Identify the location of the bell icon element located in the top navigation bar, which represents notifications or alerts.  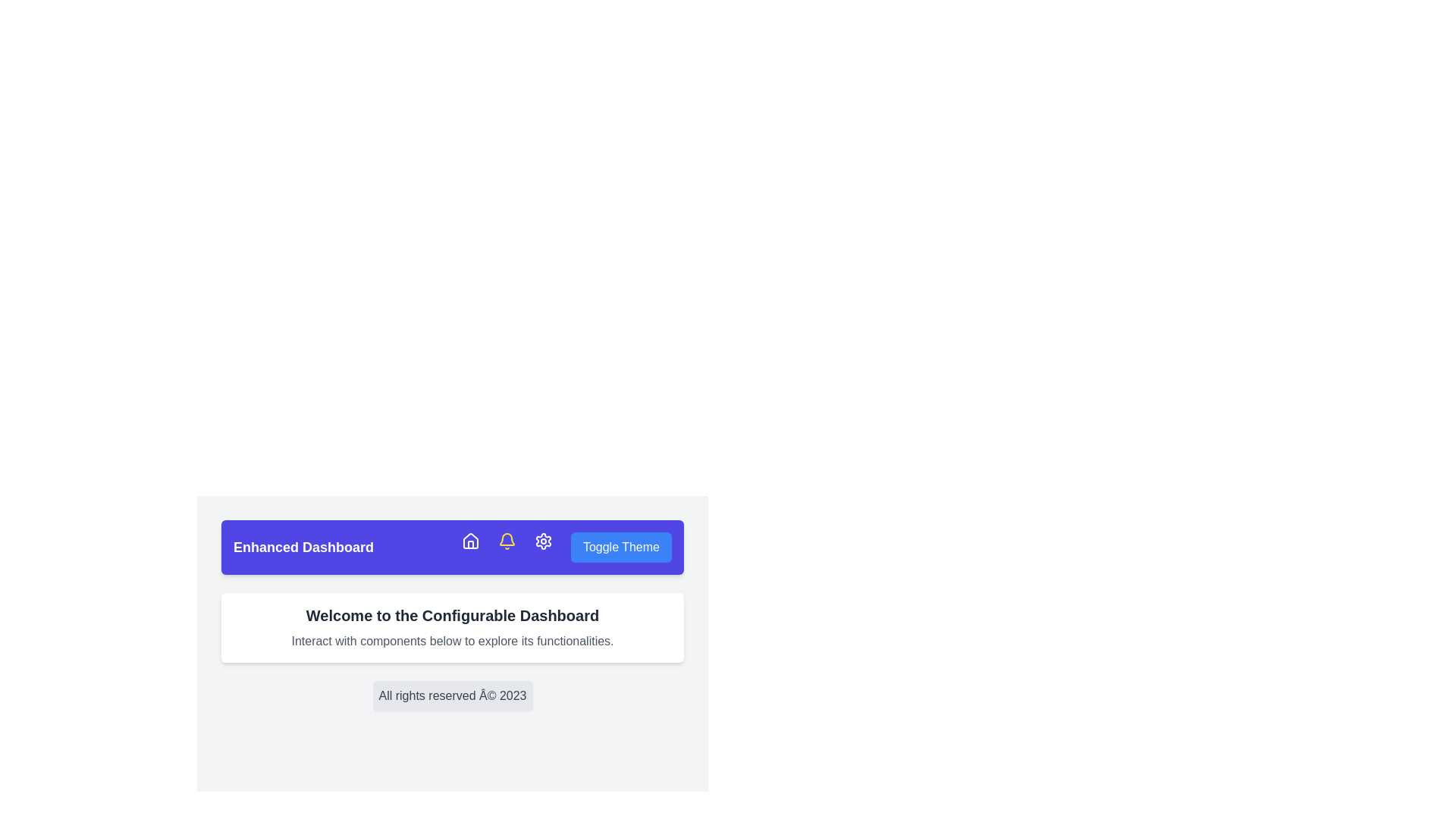
(507, 538).